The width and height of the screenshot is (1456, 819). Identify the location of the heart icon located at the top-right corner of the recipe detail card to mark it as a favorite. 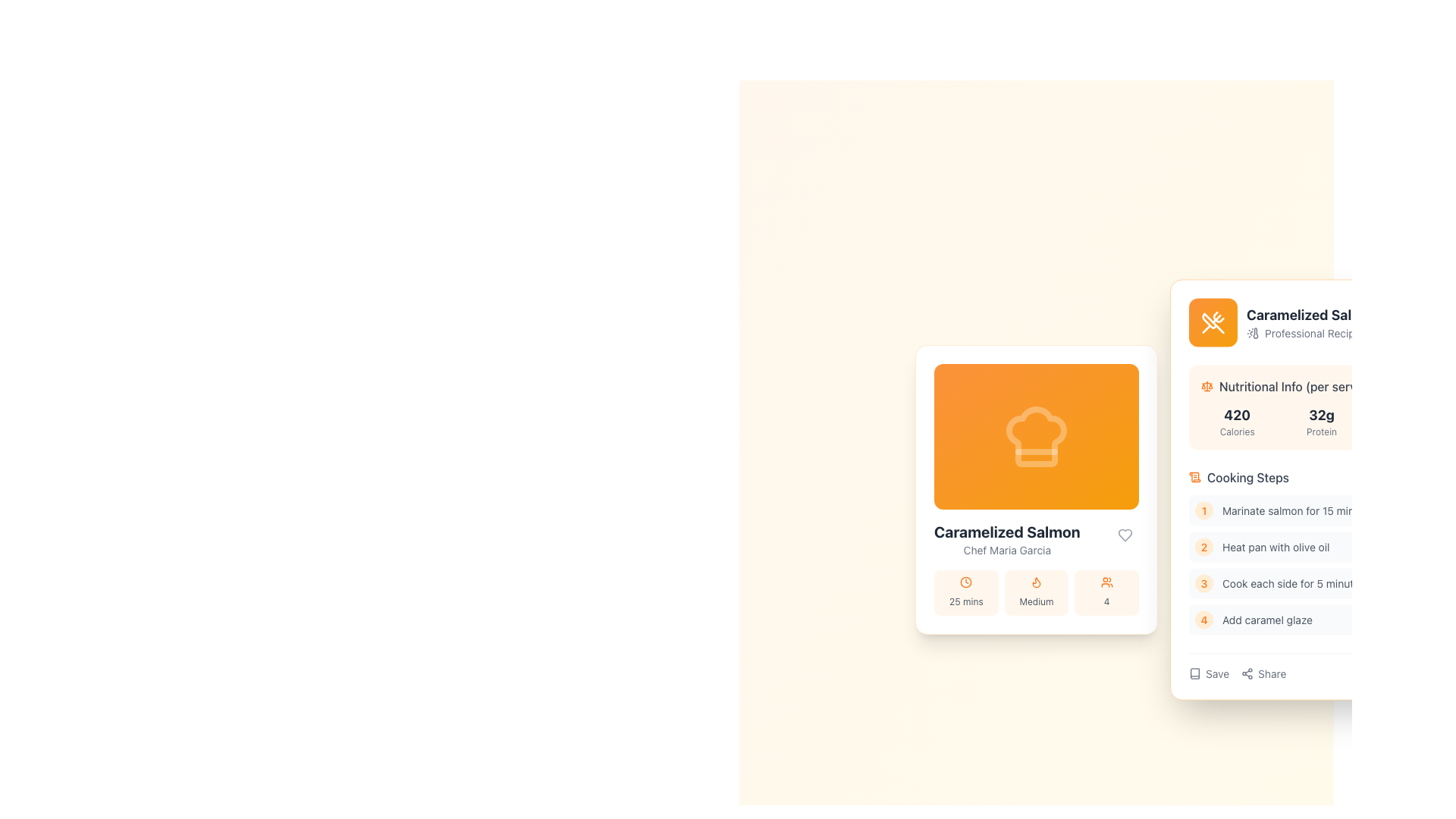
(1125, 534).